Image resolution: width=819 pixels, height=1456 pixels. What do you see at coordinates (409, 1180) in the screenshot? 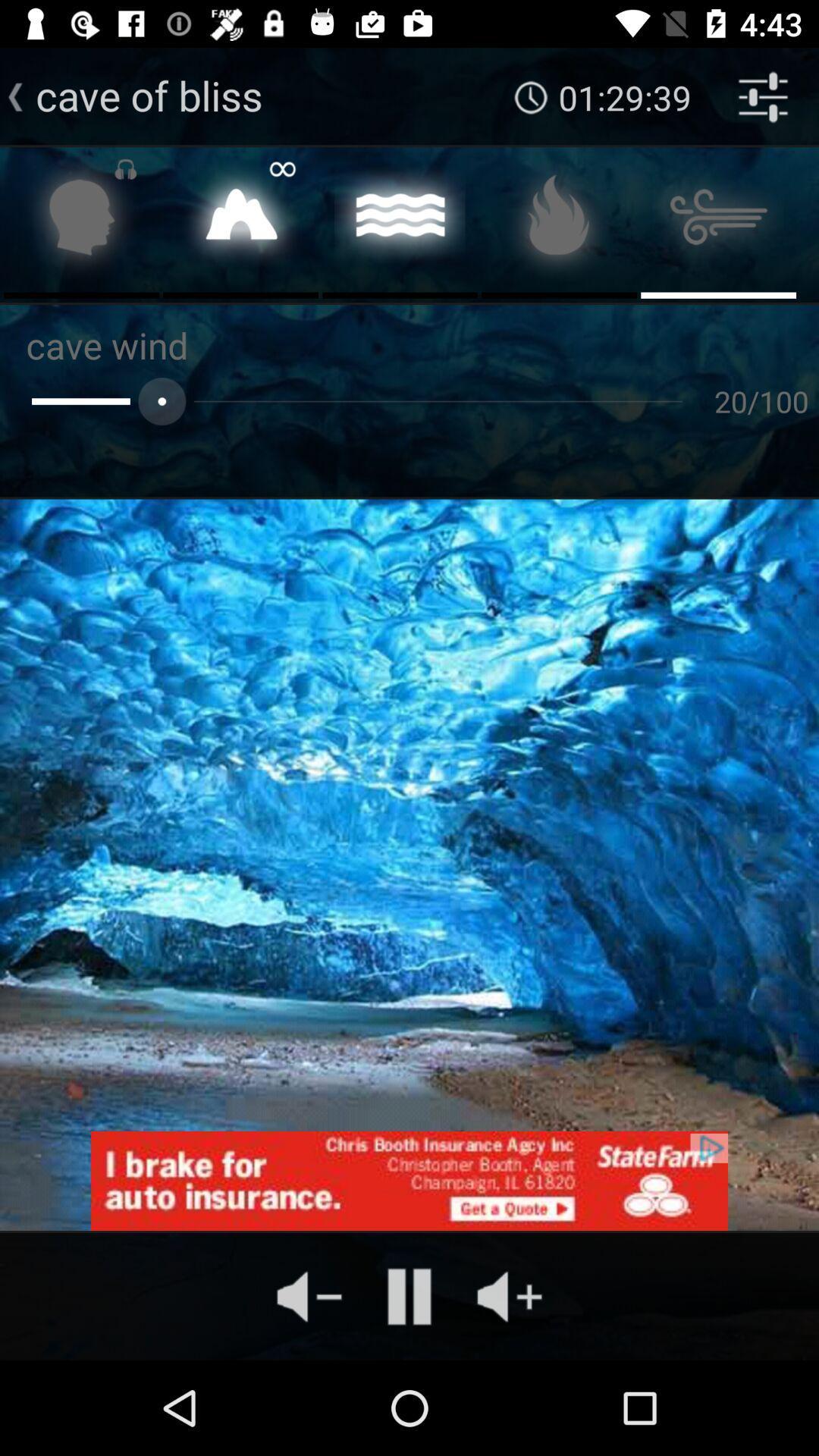
I see `learn about state farm insurance` at bounding box center [409, 1180].